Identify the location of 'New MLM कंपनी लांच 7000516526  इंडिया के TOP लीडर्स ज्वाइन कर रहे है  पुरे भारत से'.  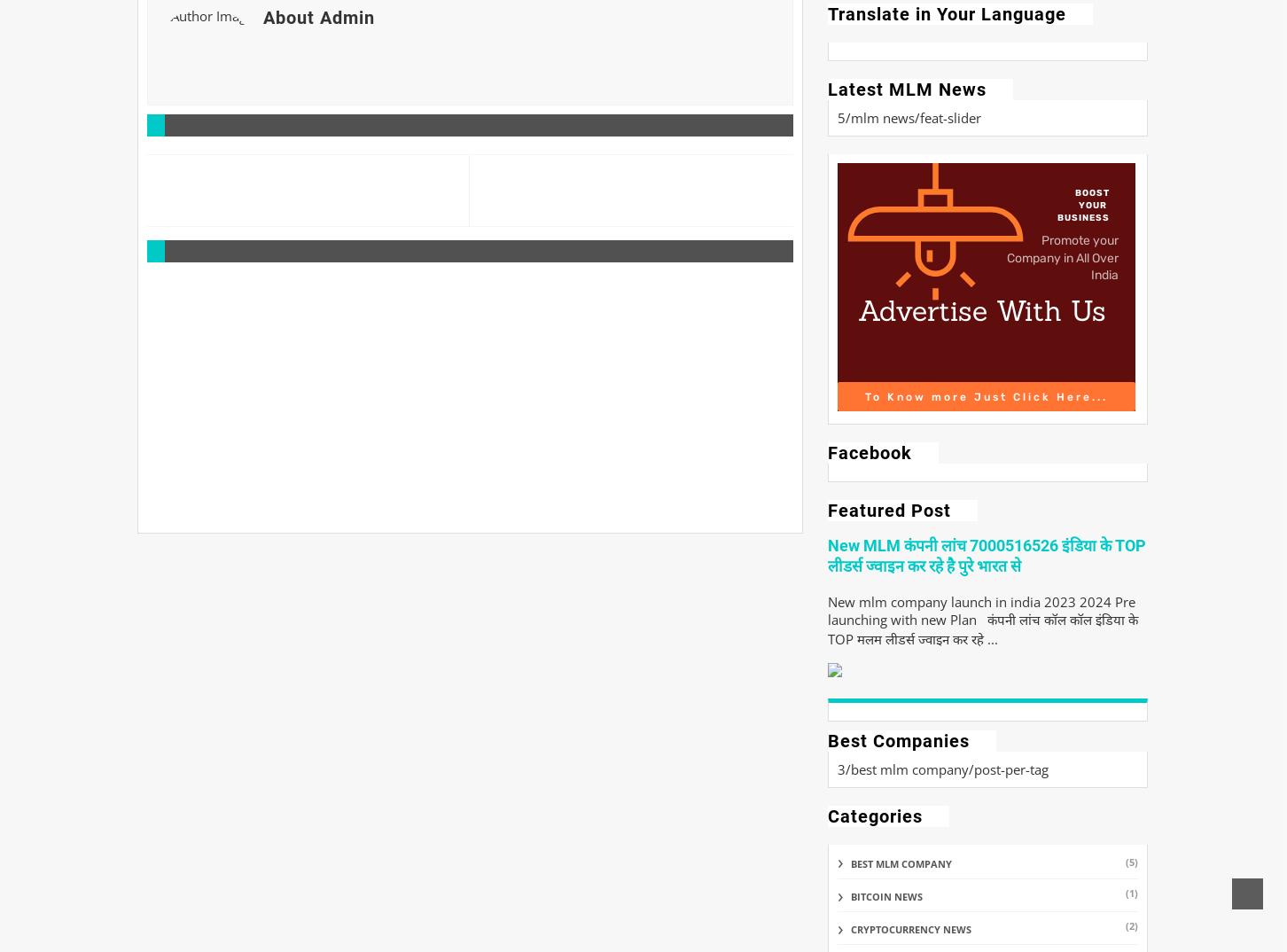
(987, 555).